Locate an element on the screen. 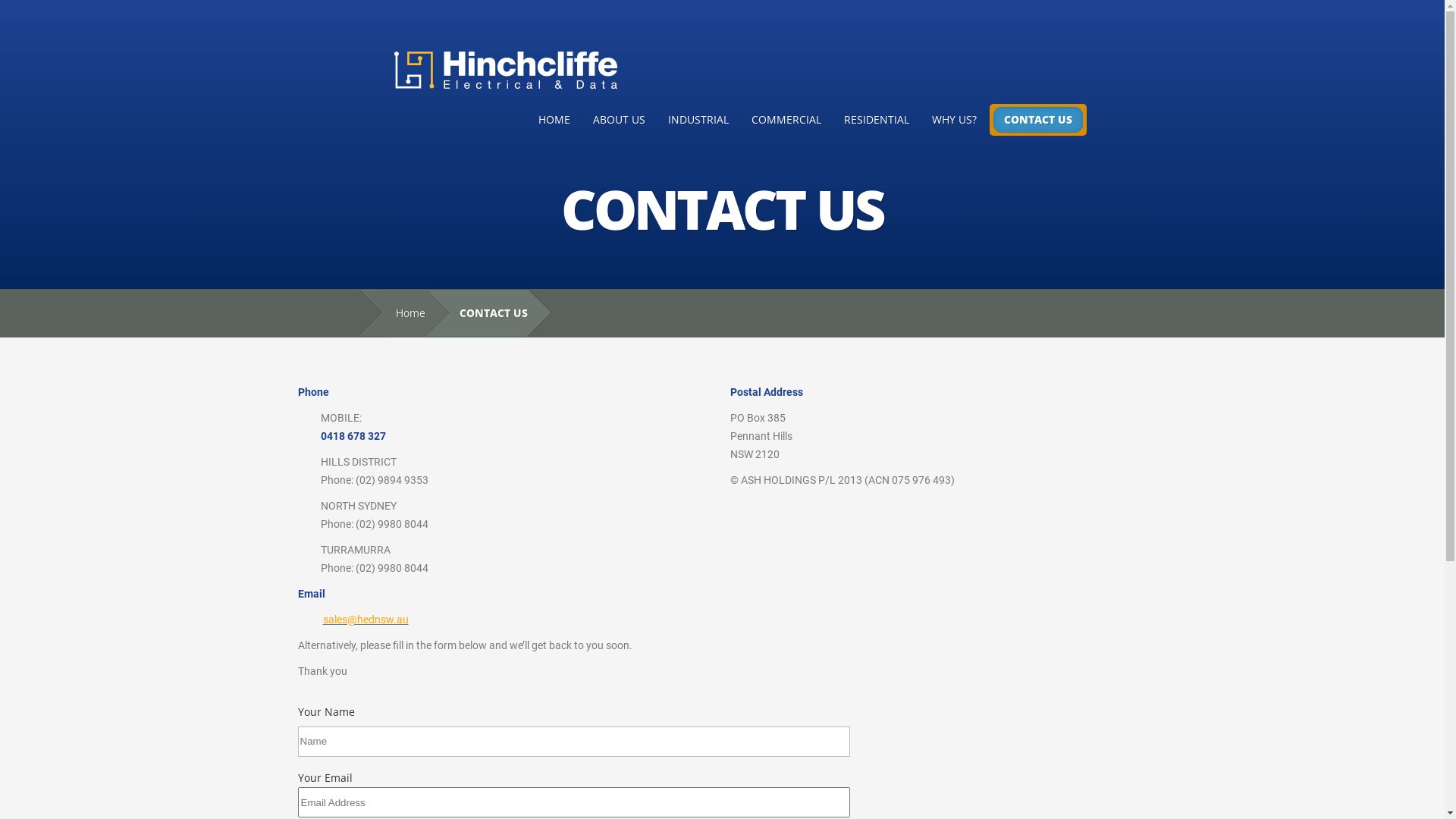  'RESIDENTIAL' is located at coordinates (877, 119).